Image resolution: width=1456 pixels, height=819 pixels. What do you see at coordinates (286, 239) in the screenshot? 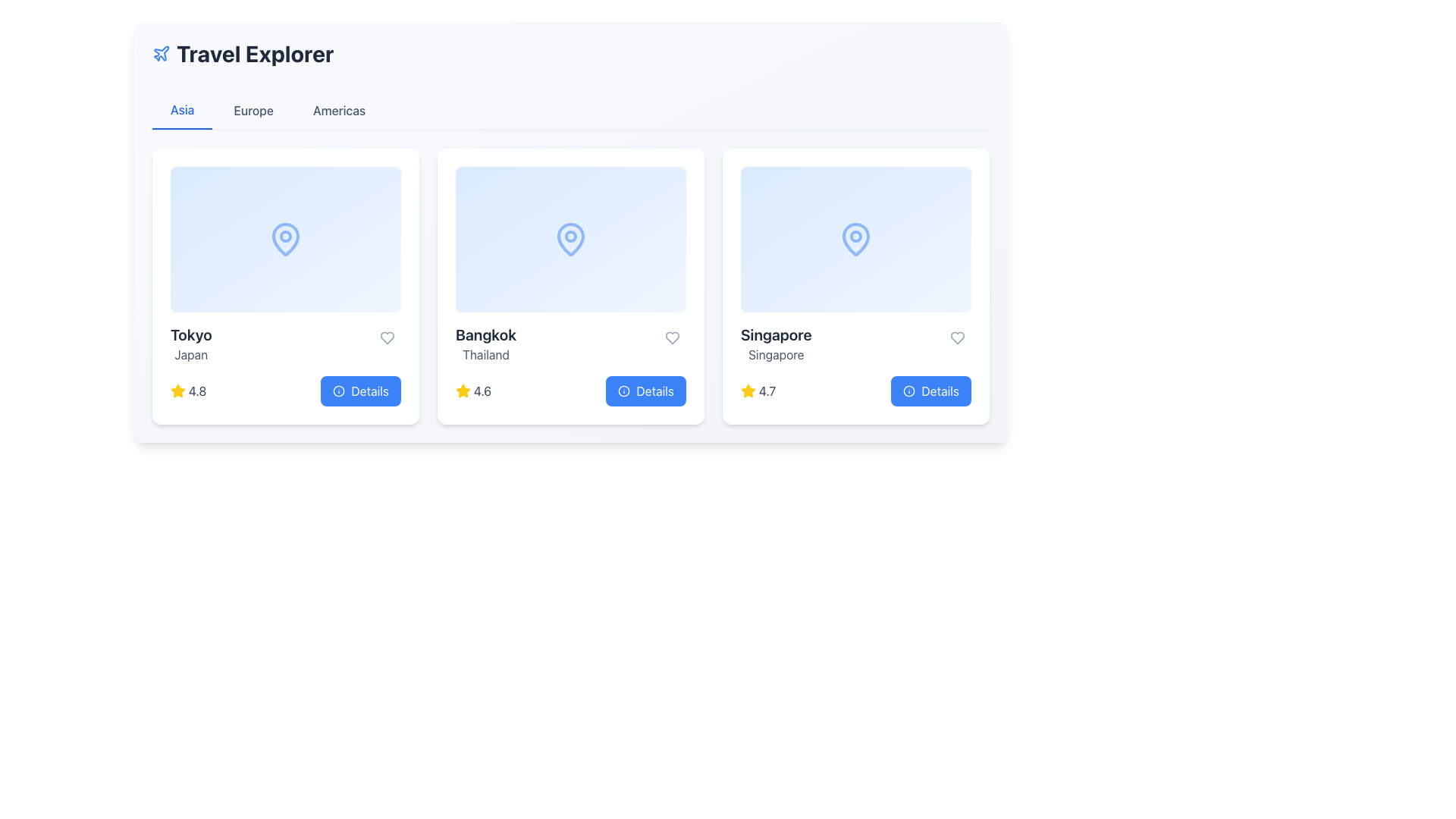
I see `the map pin icon representing the geographic location of 'Tokyo'` at bounding box center [286, 239].